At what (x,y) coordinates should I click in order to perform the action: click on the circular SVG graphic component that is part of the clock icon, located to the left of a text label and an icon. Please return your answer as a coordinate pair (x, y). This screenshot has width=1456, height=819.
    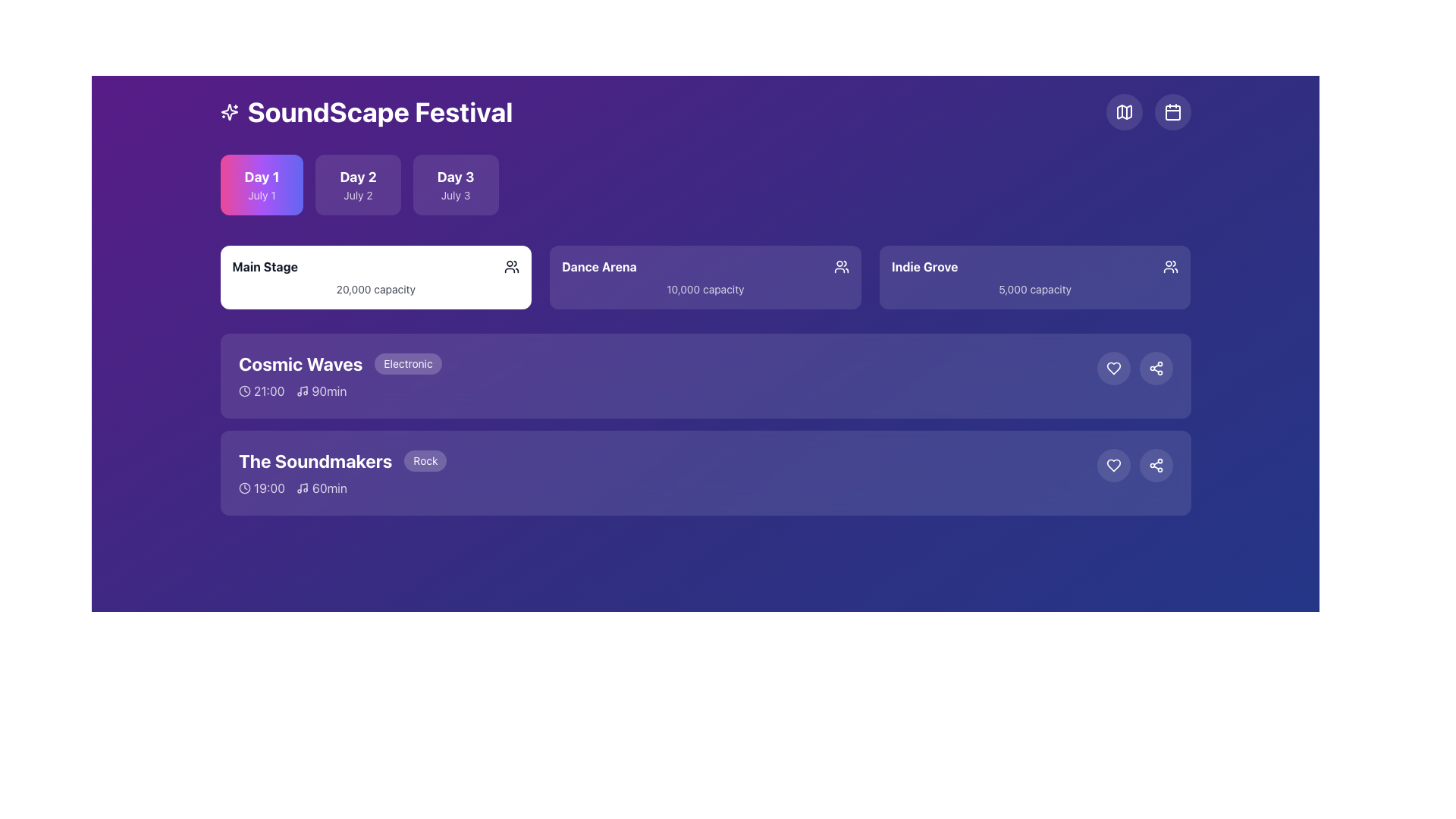
    Looking at the image, I should click on (244, 488).